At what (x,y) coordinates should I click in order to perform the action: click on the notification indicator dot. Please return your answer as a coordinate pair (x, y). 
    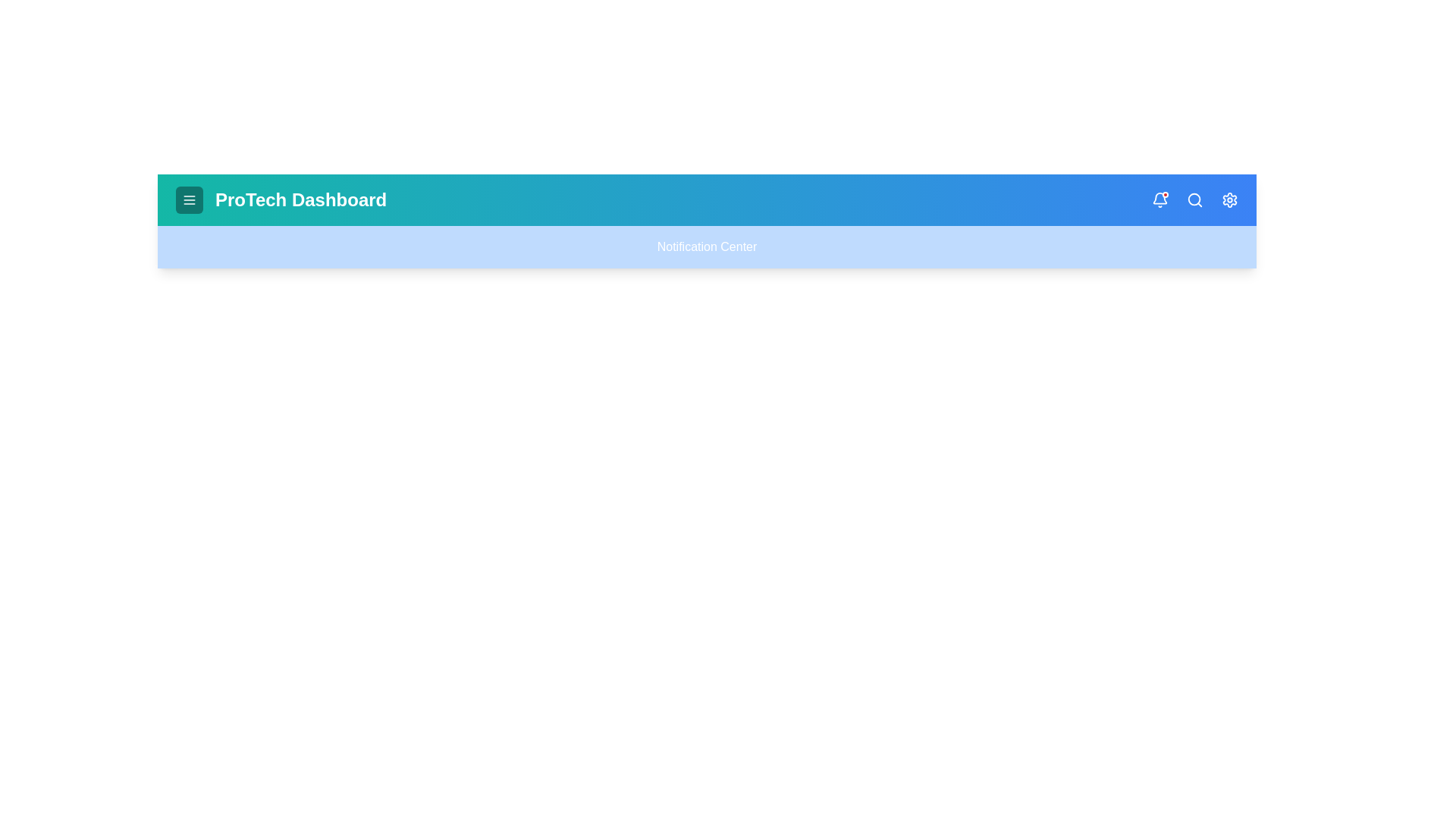
    Looking at the image, I should click on (1164, 194).